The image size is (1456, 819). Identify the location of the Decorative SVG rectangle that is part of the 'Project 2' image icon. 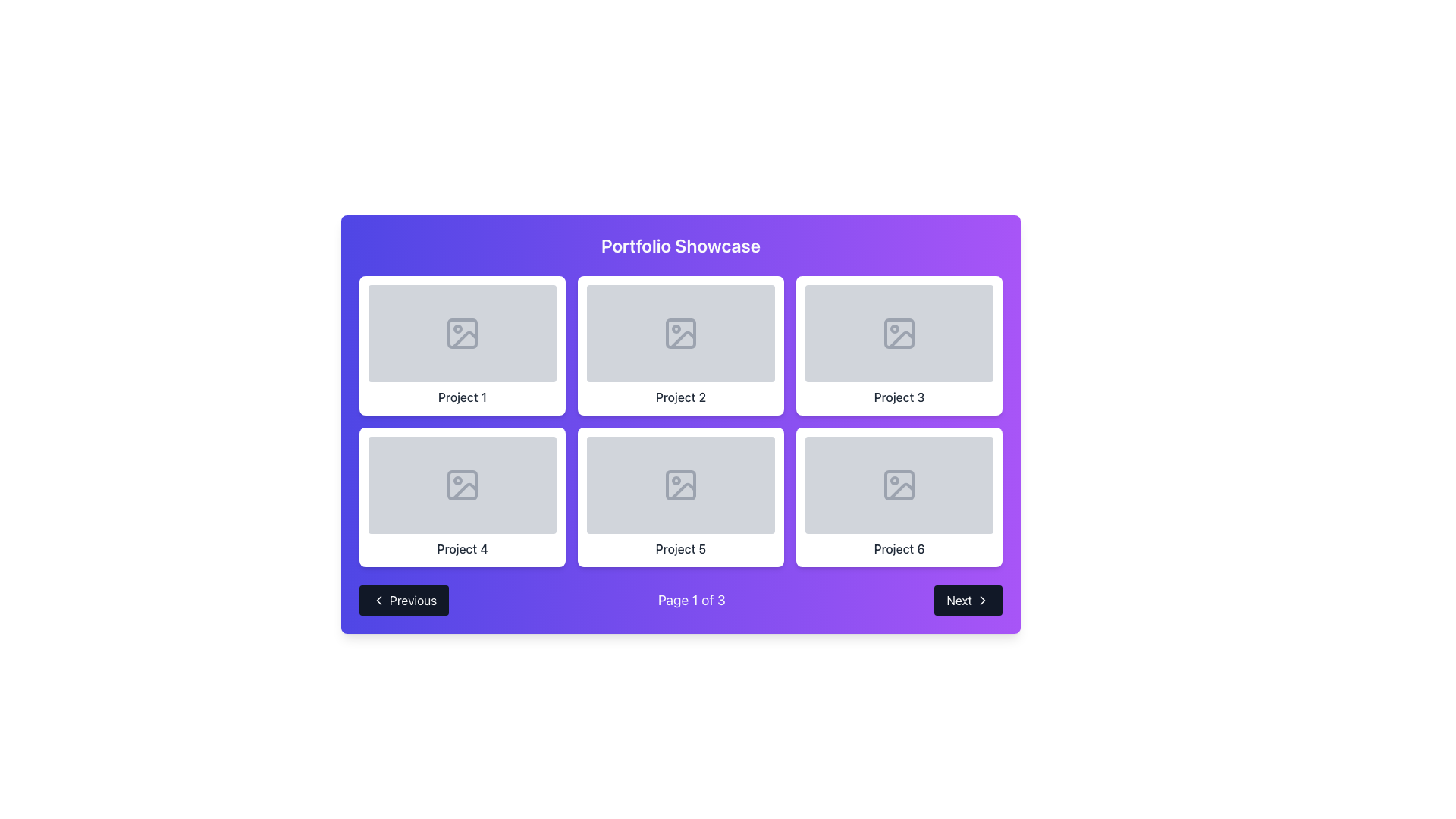
(679, 332).